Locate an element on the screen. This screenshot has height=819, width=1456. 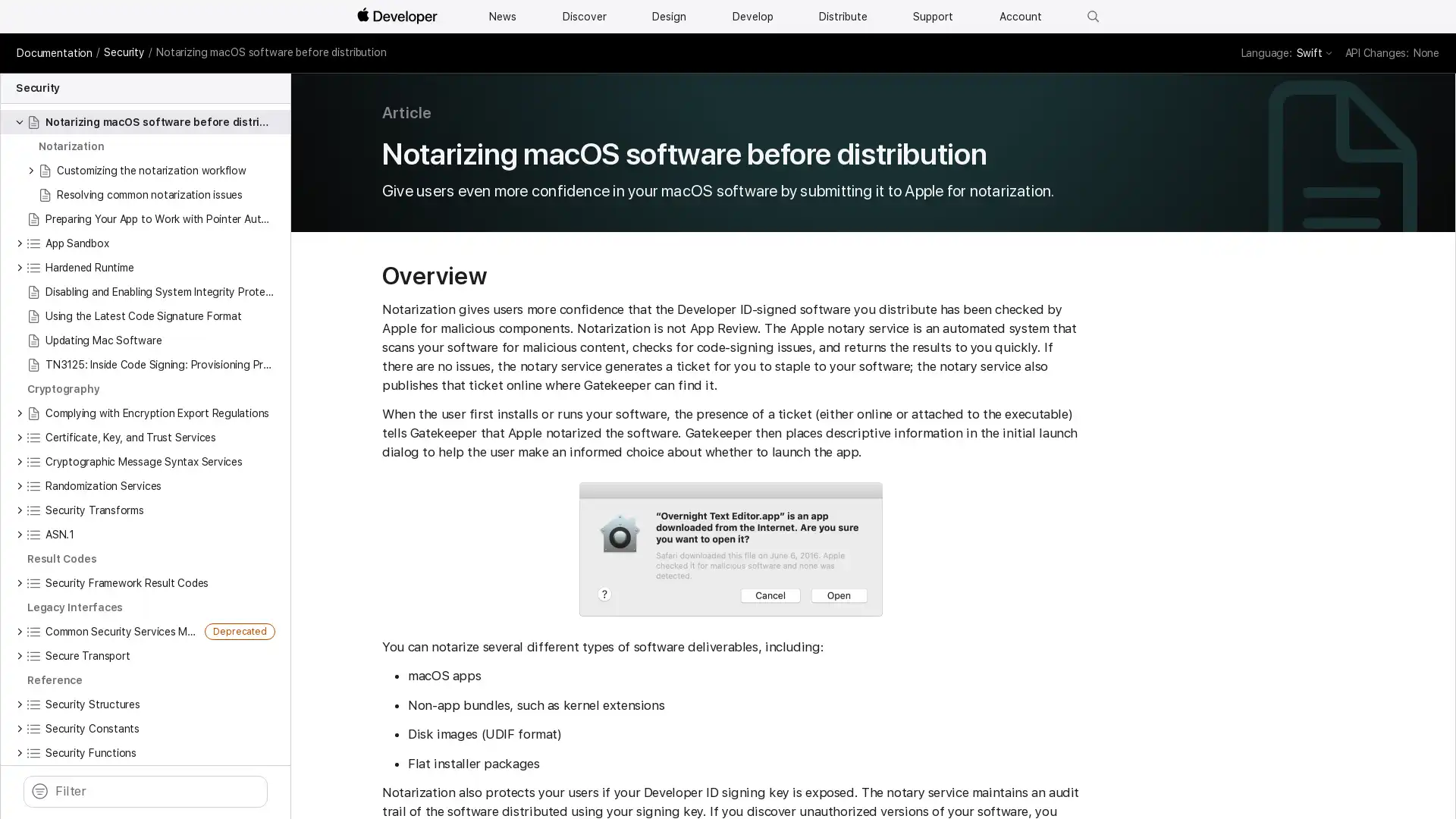
ASN.1 is located at coordinates (17, 543).